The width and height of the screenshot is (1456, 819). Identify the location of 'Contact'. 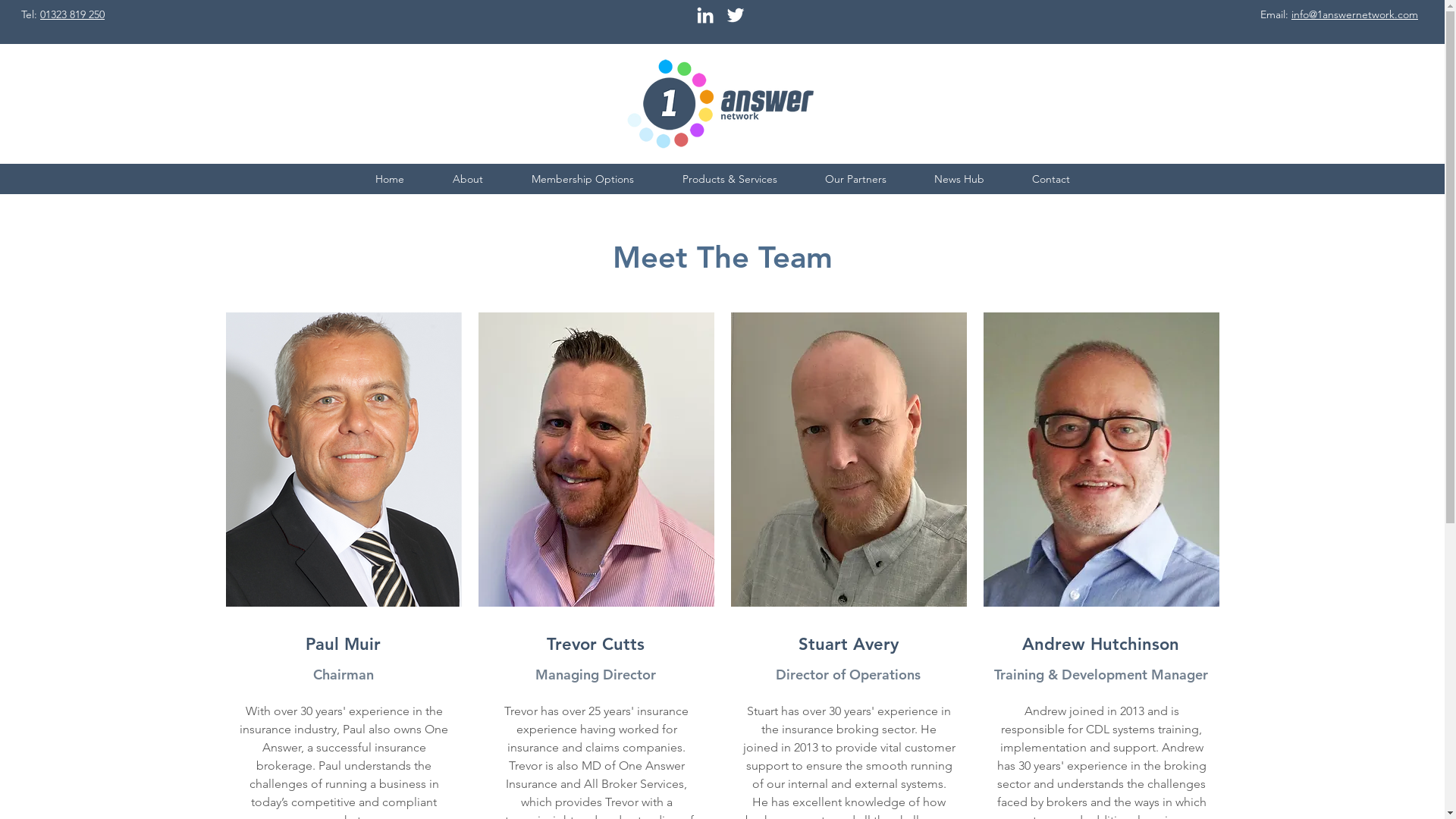
(1050, 177).